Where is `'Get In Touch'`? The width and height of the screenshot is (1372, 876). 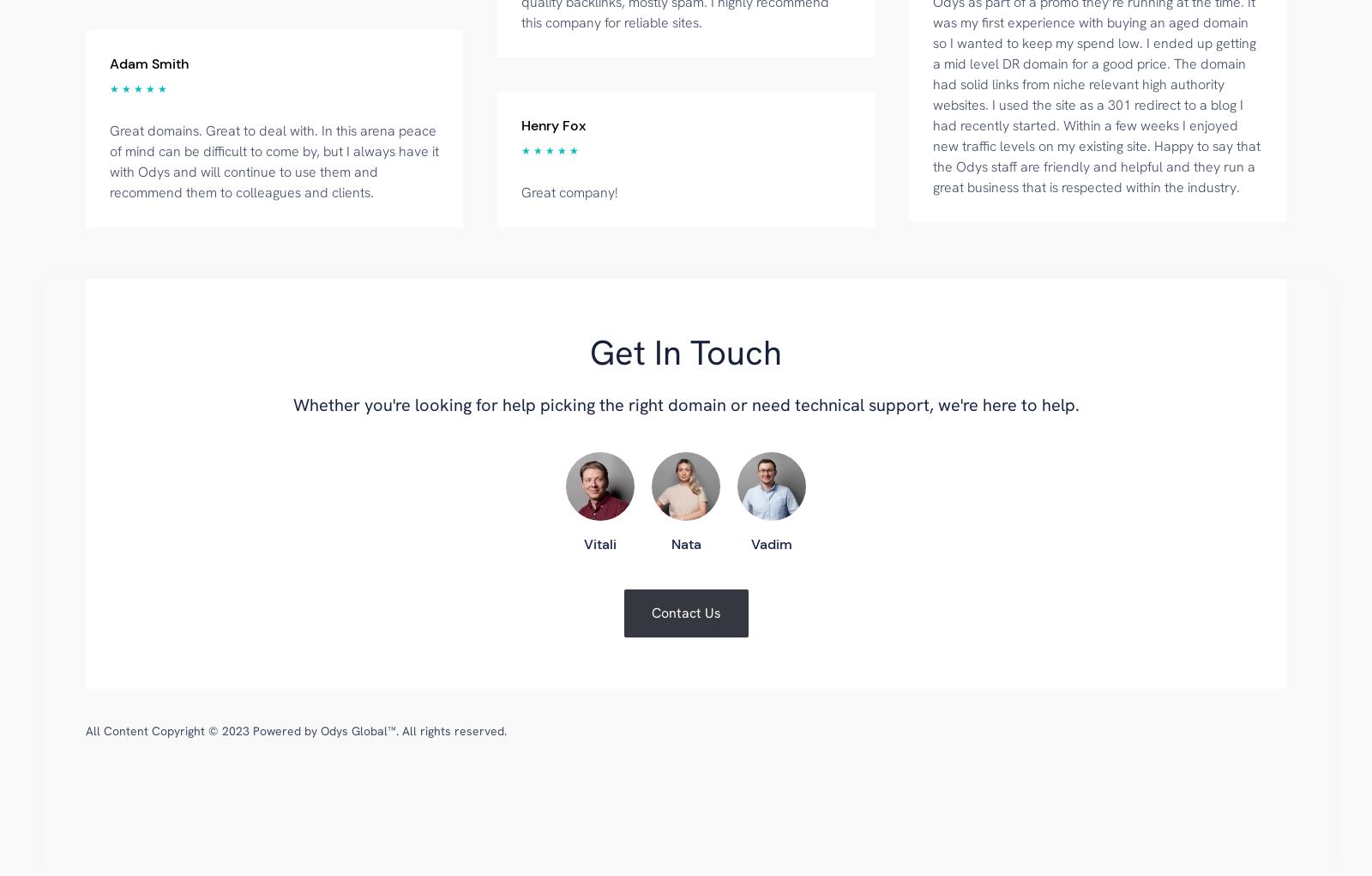 'Get In Touch' is located at coordinates (686, 351).